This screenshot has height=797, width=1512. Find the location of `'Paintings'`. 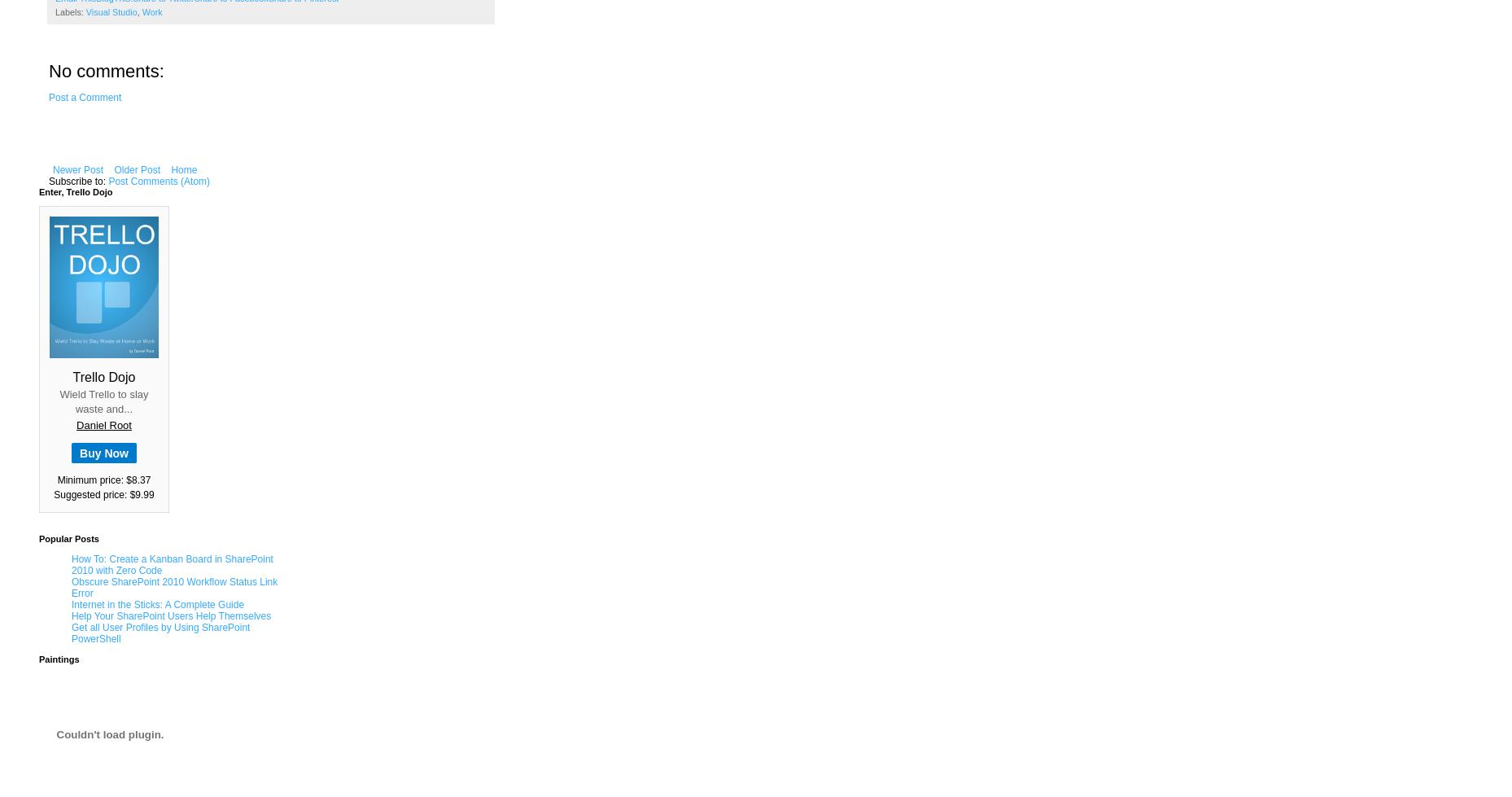

'Paintings' is located at coordinates (58, 659).